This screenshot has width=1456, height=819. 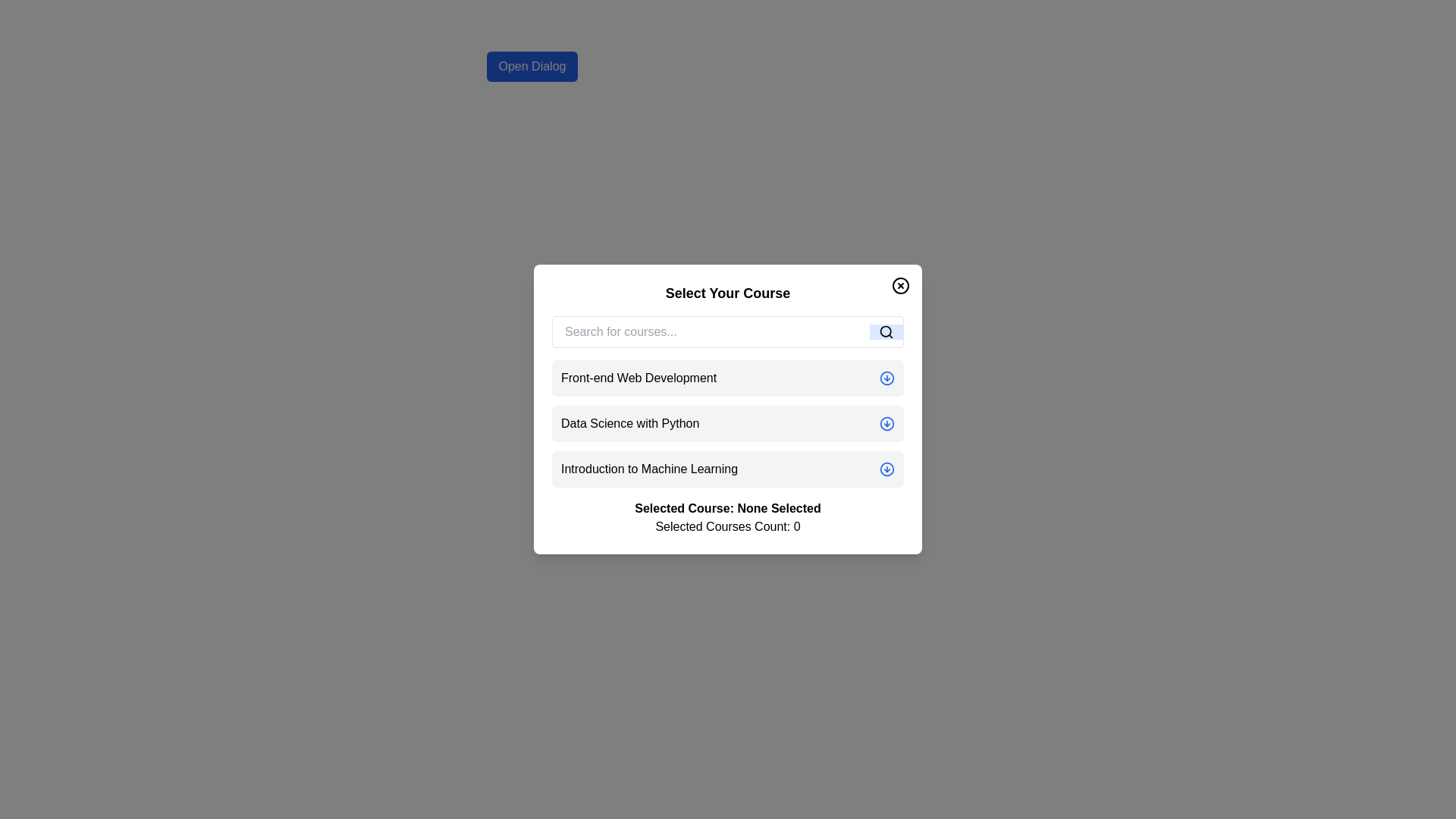 What do you see at coordinates (887, 424) in the screenshot?
I see `the decorative circle element within the downward arrow icon related to the 'Data Science with Python' course option in a modal dialog` at bounding box center [887, 424].